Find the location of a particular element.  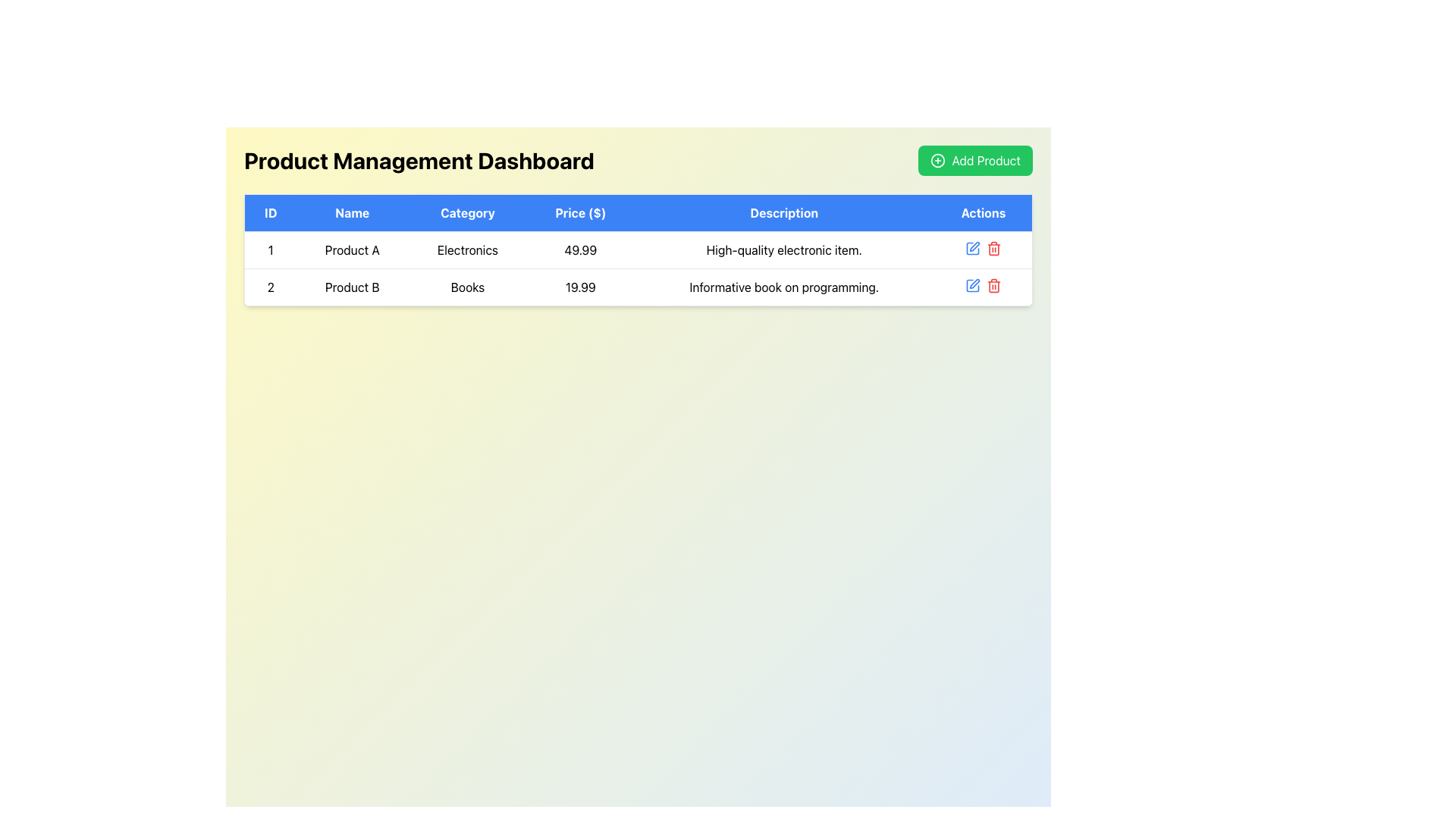

the header text for the 'Description' column, which is the fifth column header in the table, located at the upper-center of the interface is located at coordinates (784, 213).